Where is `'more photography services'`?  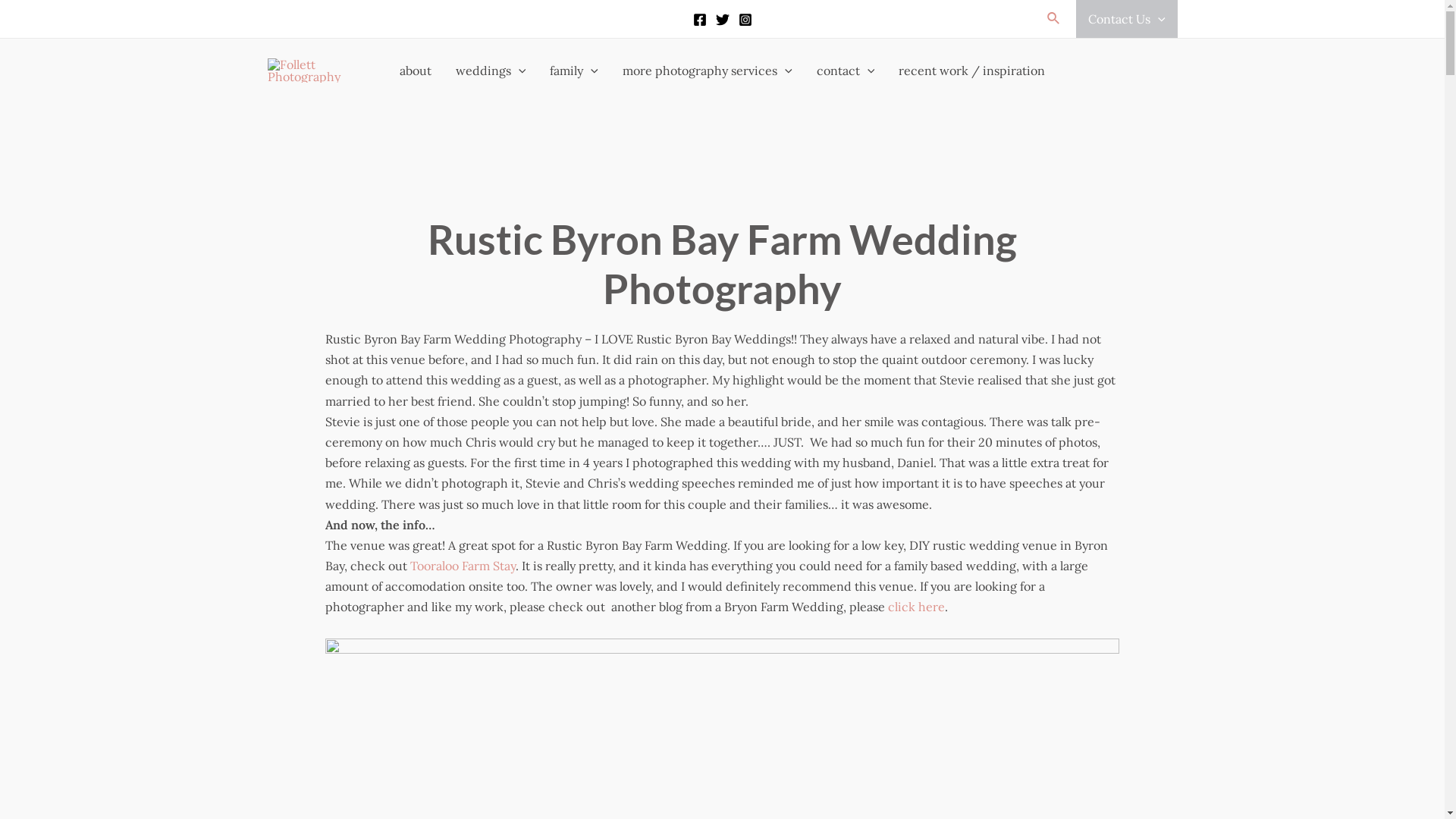
'more photography services' is located at coordinates (610, 70).